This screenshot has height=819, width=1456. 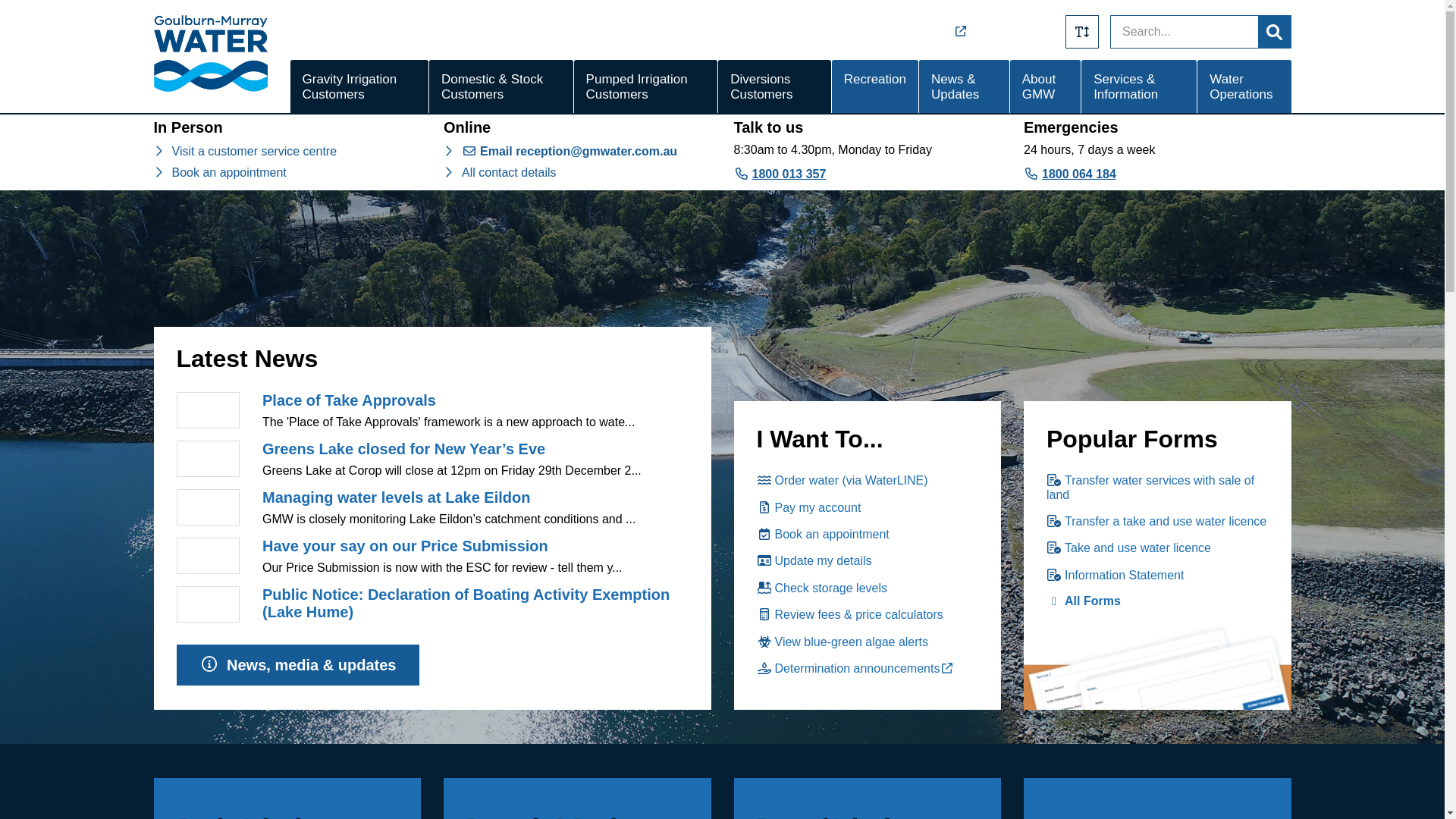 What do you see at coordinates (573, 87) in the screenshot?
I see `'Pumped Irrigation Customers'` at bounding box center [573, 87].